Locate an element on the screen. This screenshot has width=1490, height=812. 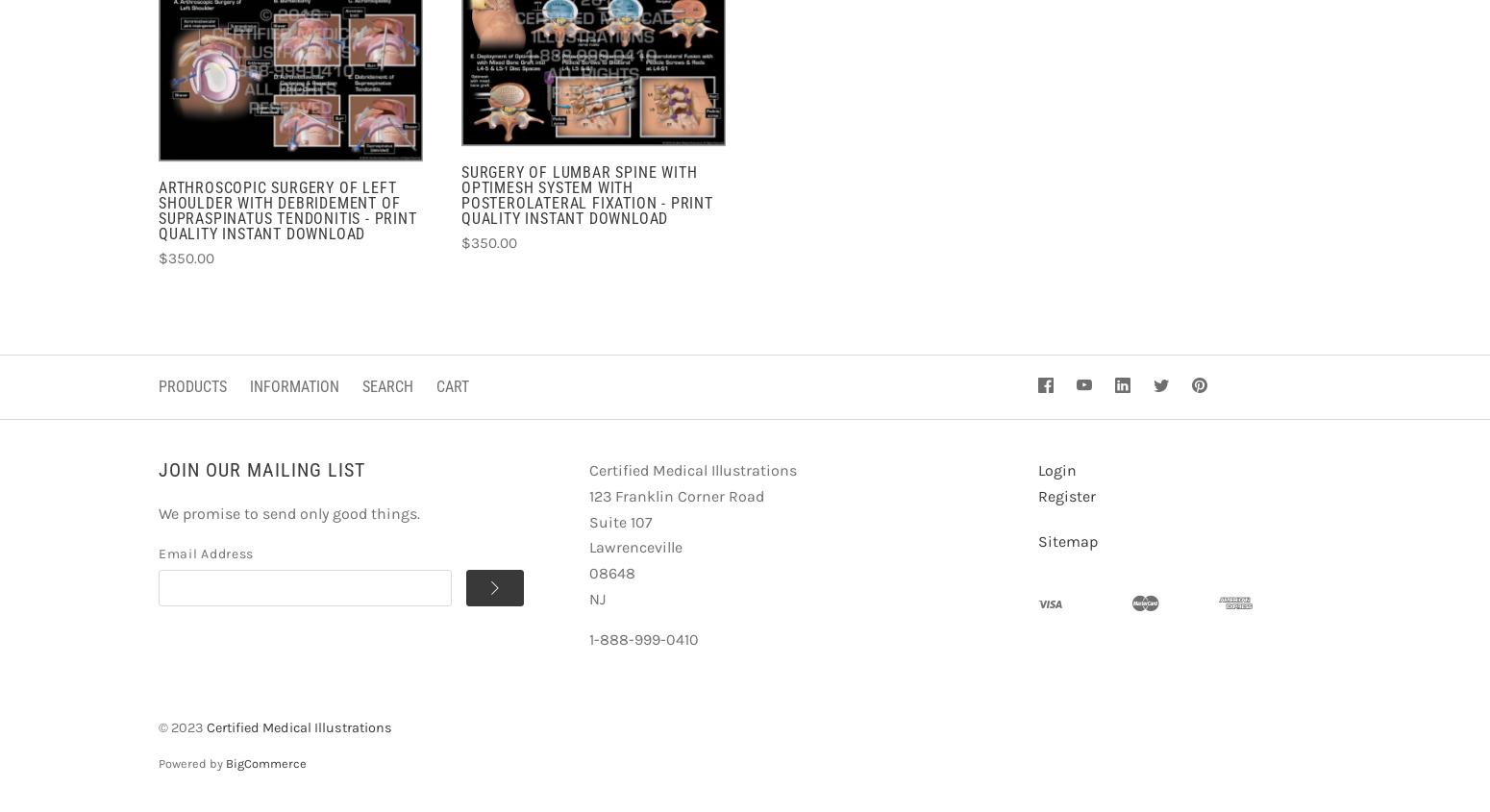
'BigCommerce' is located at coordinates (265, 763).